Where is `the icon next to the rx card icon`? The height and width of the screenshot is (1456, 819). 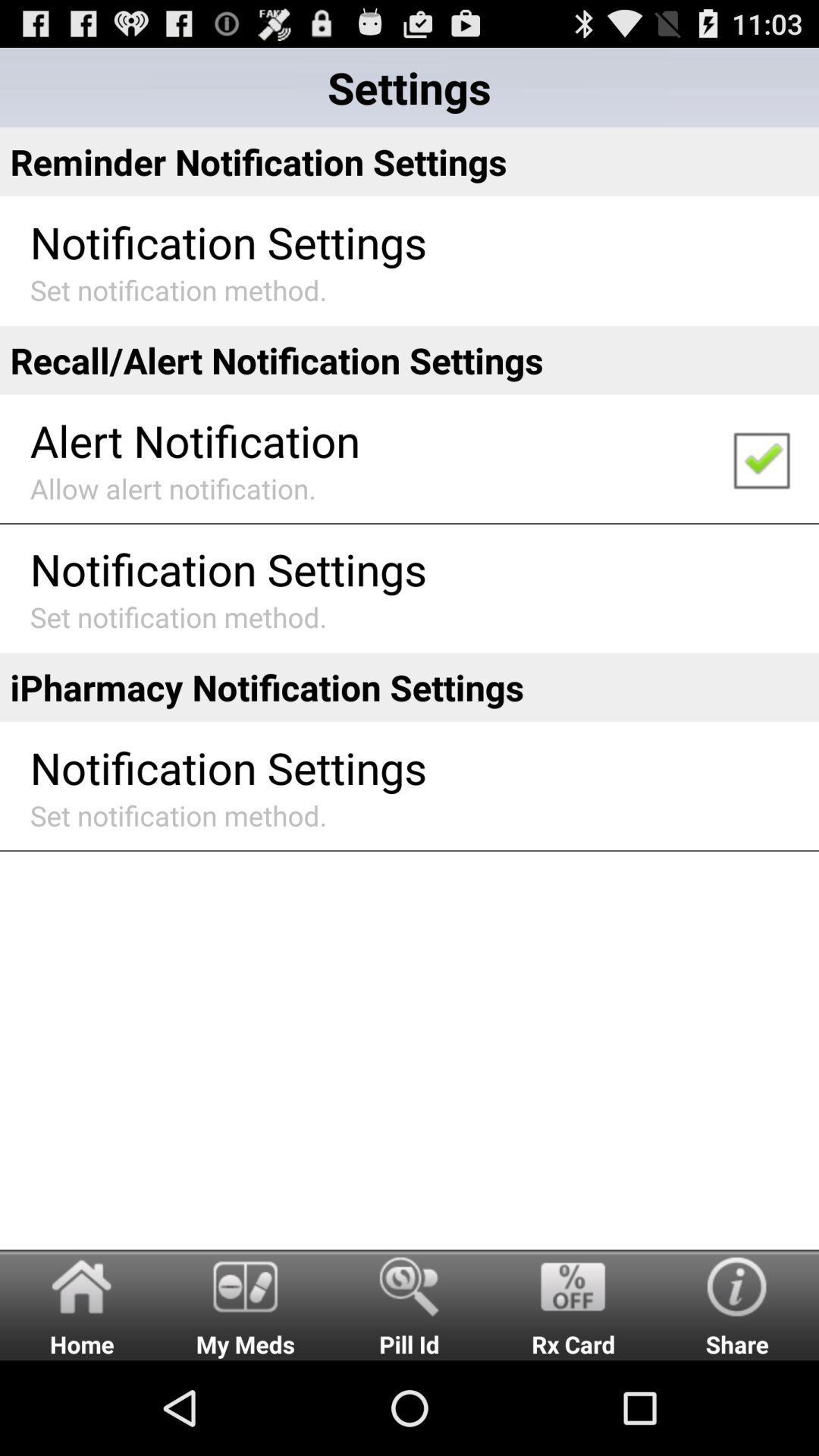
the icon next to the rx card icon is located at coordinates (409, 1304).